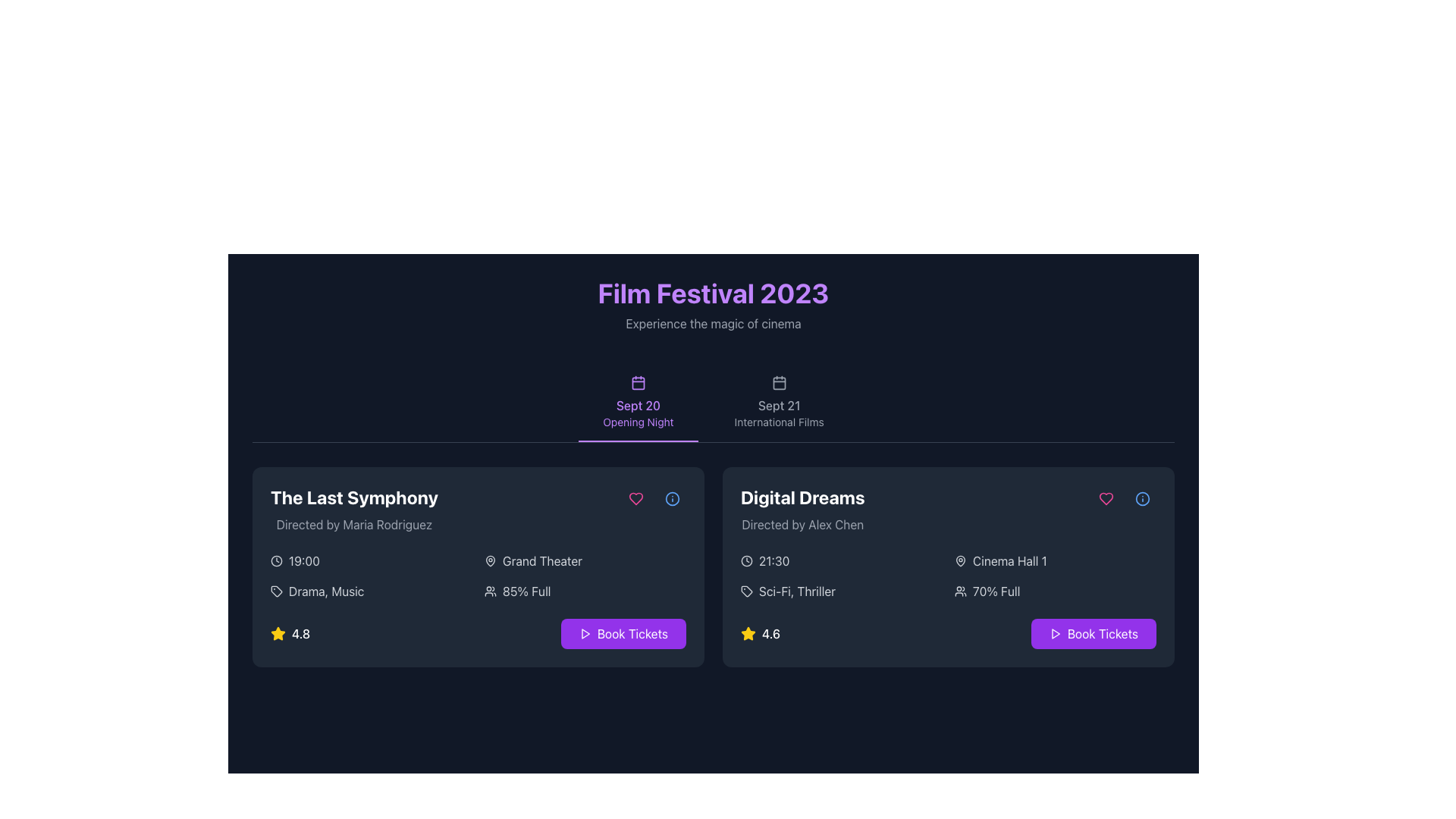  I want to click on the text label displaying 'Opening Night' in purple, which is located directly below the text 'Sept 20' in the Film Festival 2023 interface, so click(638, 422).